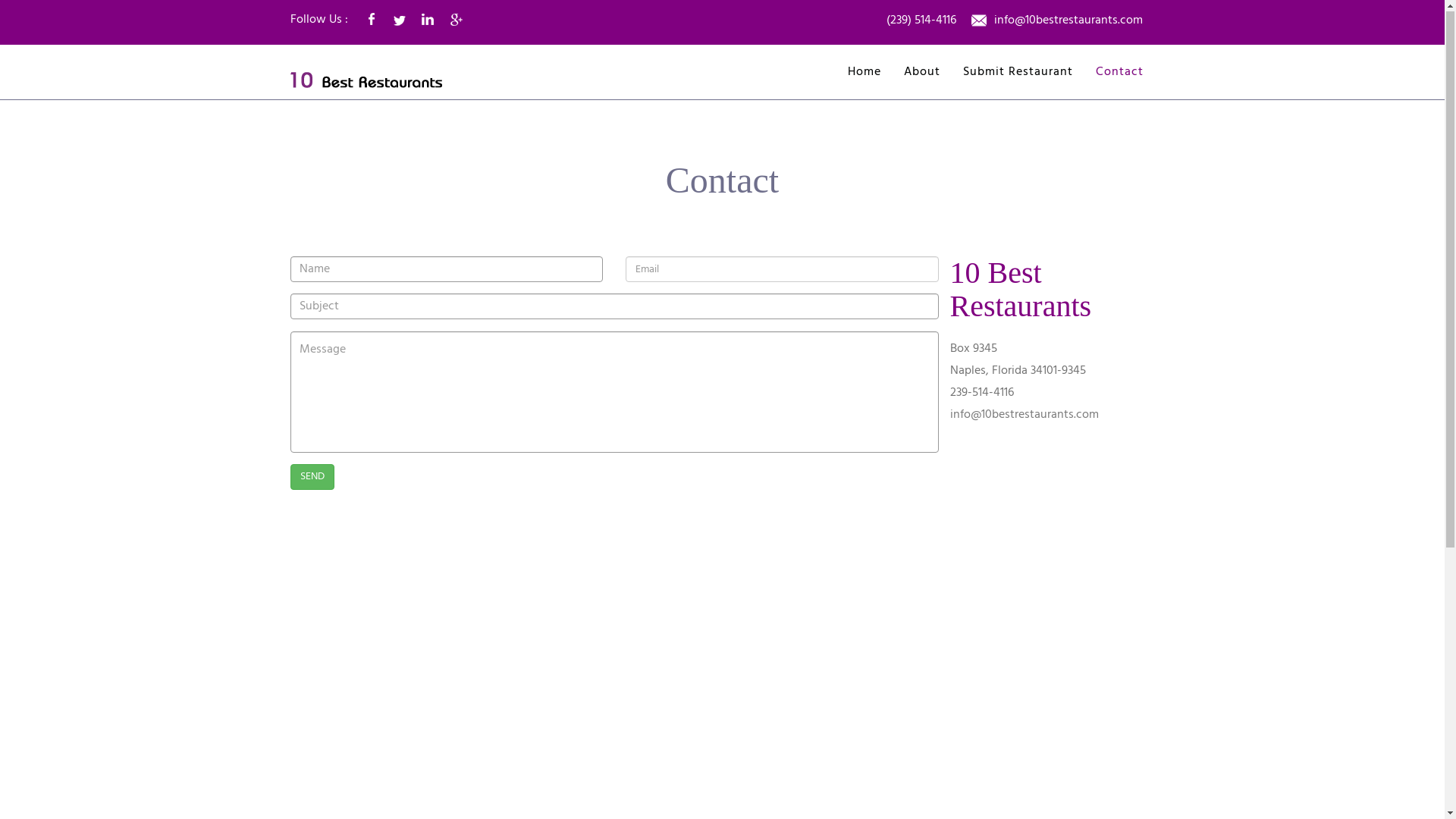 The height and width of the screenshot is (819, 1456). What do you see at coordinates (864, 73) in the screenshot?
I see `'Home'` at bounding box center [864, 73].